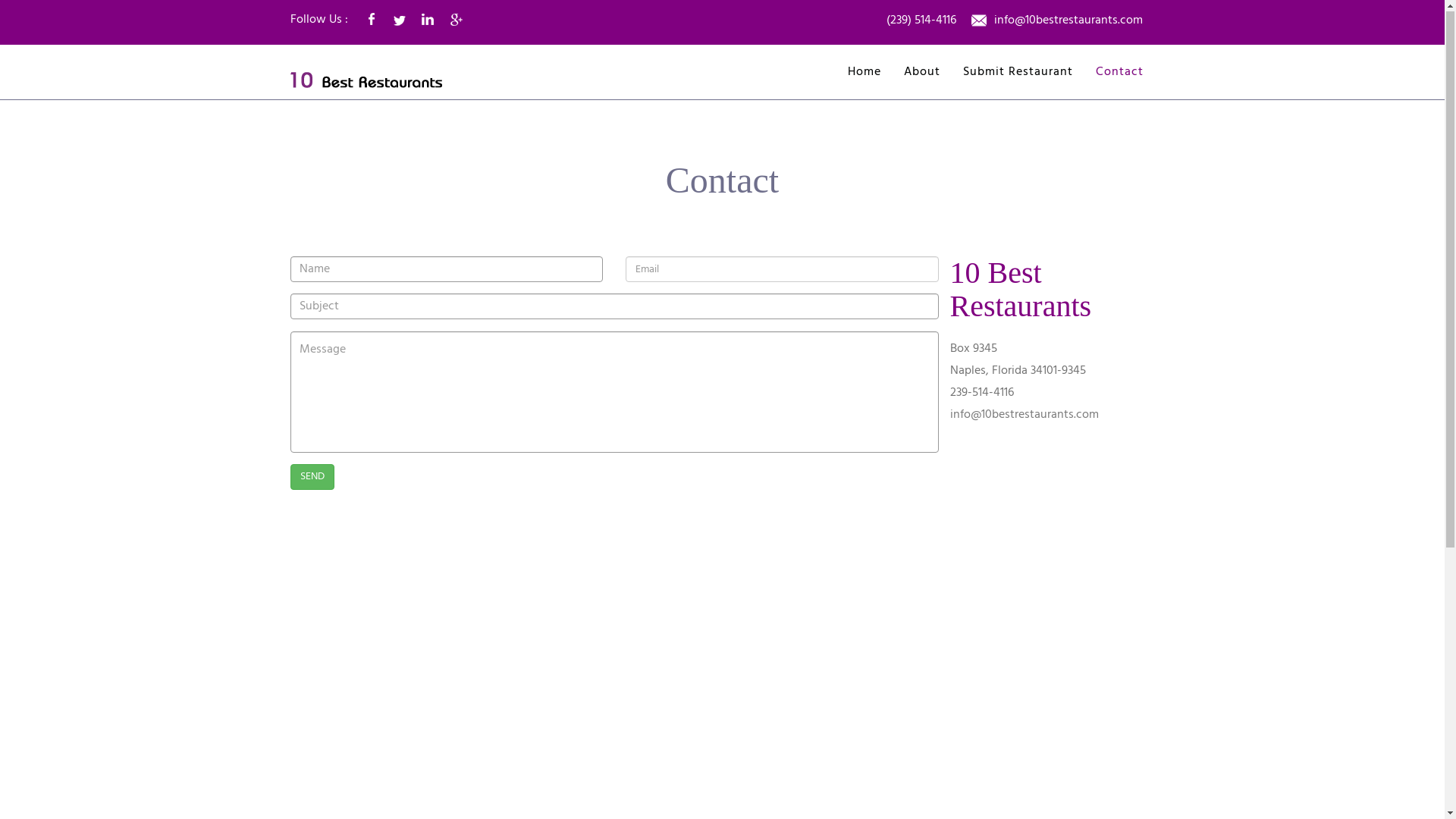 The height and width of the screenshot is (819, 1456). What do you see at coordinates (864, 73) in the screenshot?
I see `'Home'` at bounding box center [864, 73].